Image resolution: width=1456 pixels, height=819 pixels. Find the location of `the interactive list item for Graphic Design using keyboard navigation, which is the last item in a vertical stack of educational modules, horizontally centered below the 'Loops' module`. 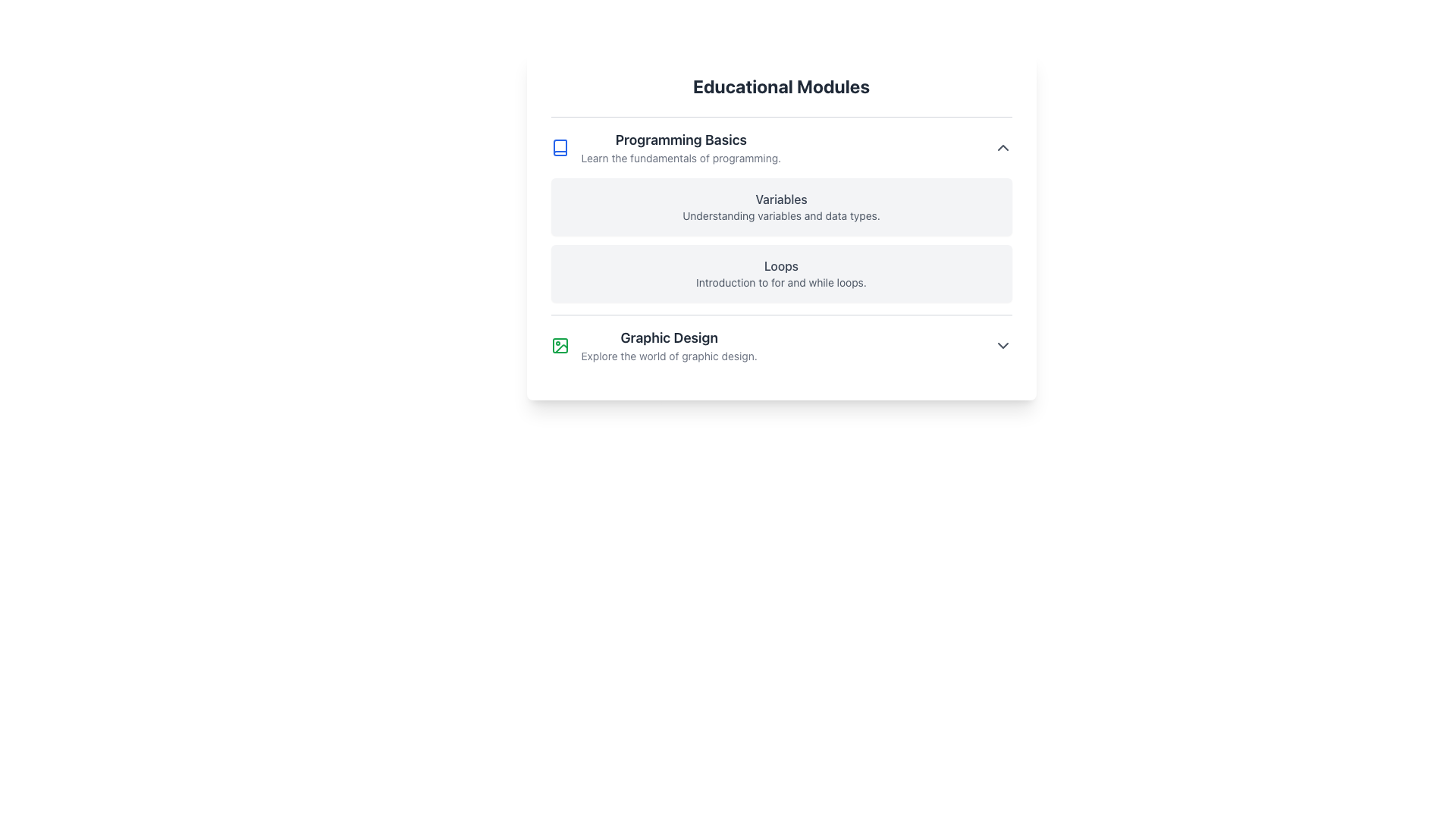

the interactive list item for Graphic Design using keyboard navigation, which is the last item in a vertical stack of educational modules, horizontally centered below the 'Loops' module is located at coordinates (781, 345).